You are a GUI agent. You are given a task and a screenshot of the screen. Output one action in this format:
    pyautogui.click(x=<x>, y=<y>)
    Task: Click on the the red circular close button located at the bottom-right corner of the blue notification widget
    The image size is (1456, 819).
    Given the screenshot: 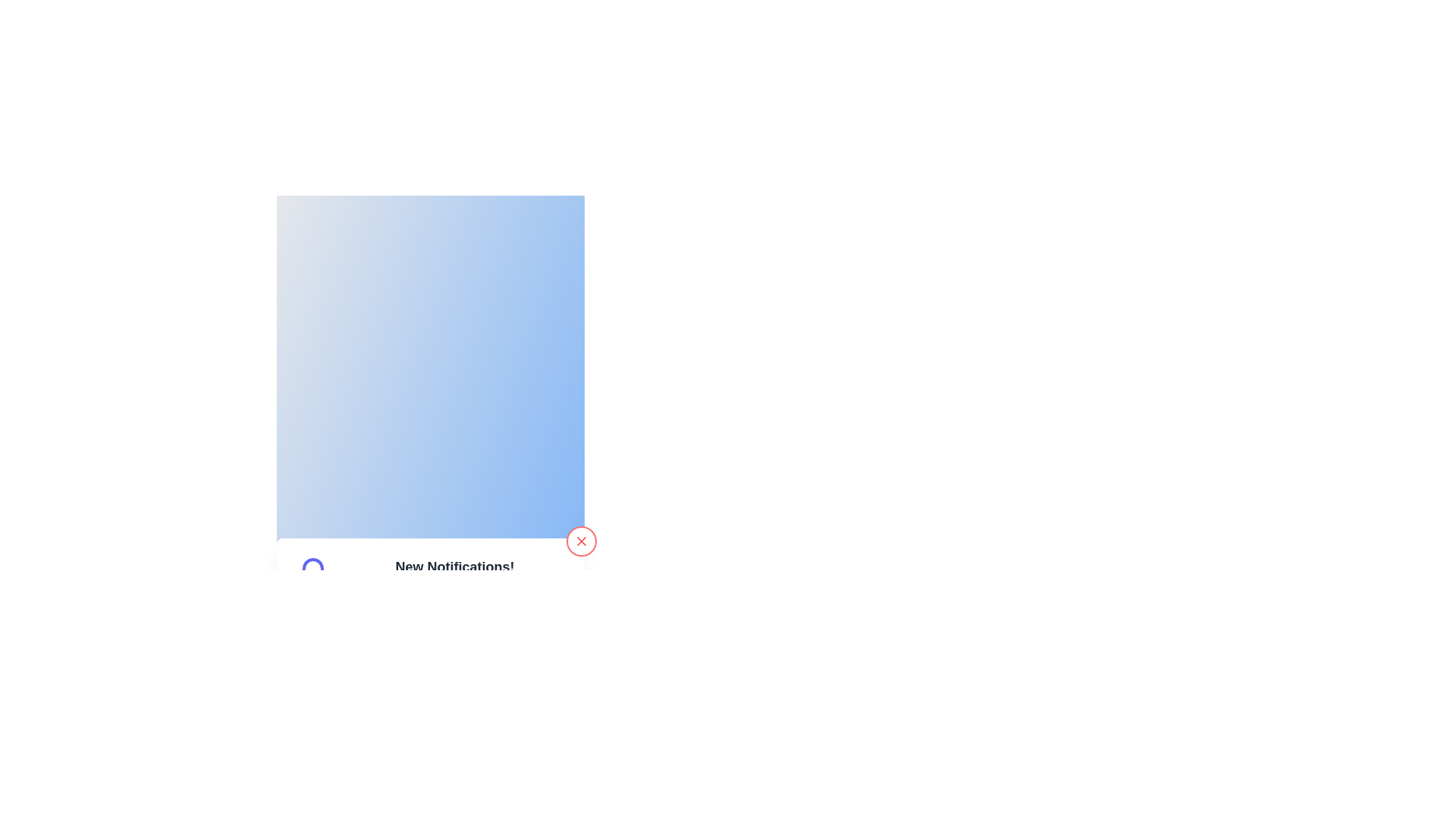 What is the action you would take?
    pyautogui.click(x=581, y=540)
    